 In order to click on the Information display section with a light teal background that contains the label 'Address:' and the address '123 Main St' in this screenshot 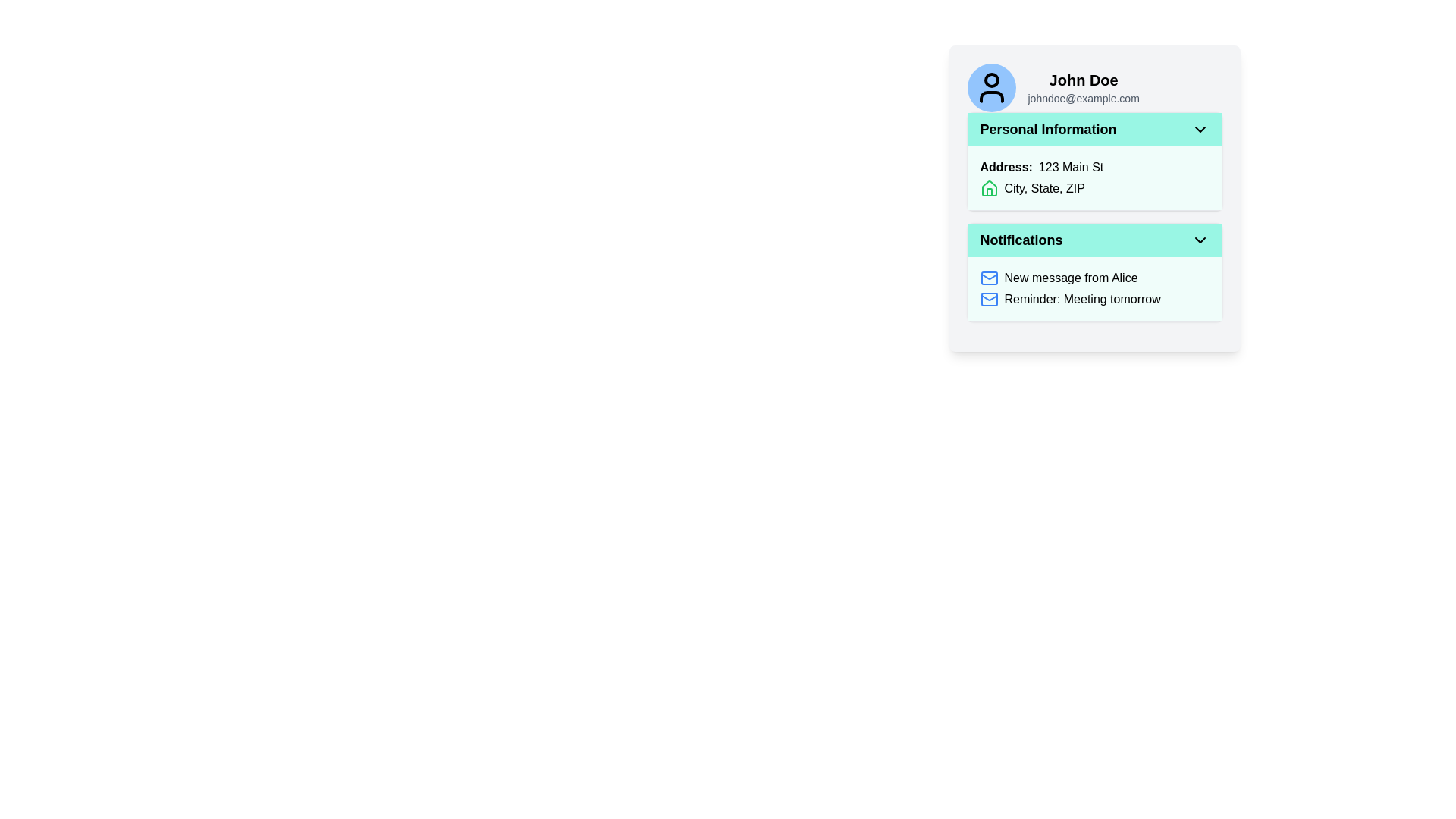, I will do `click(1094, 177)`.